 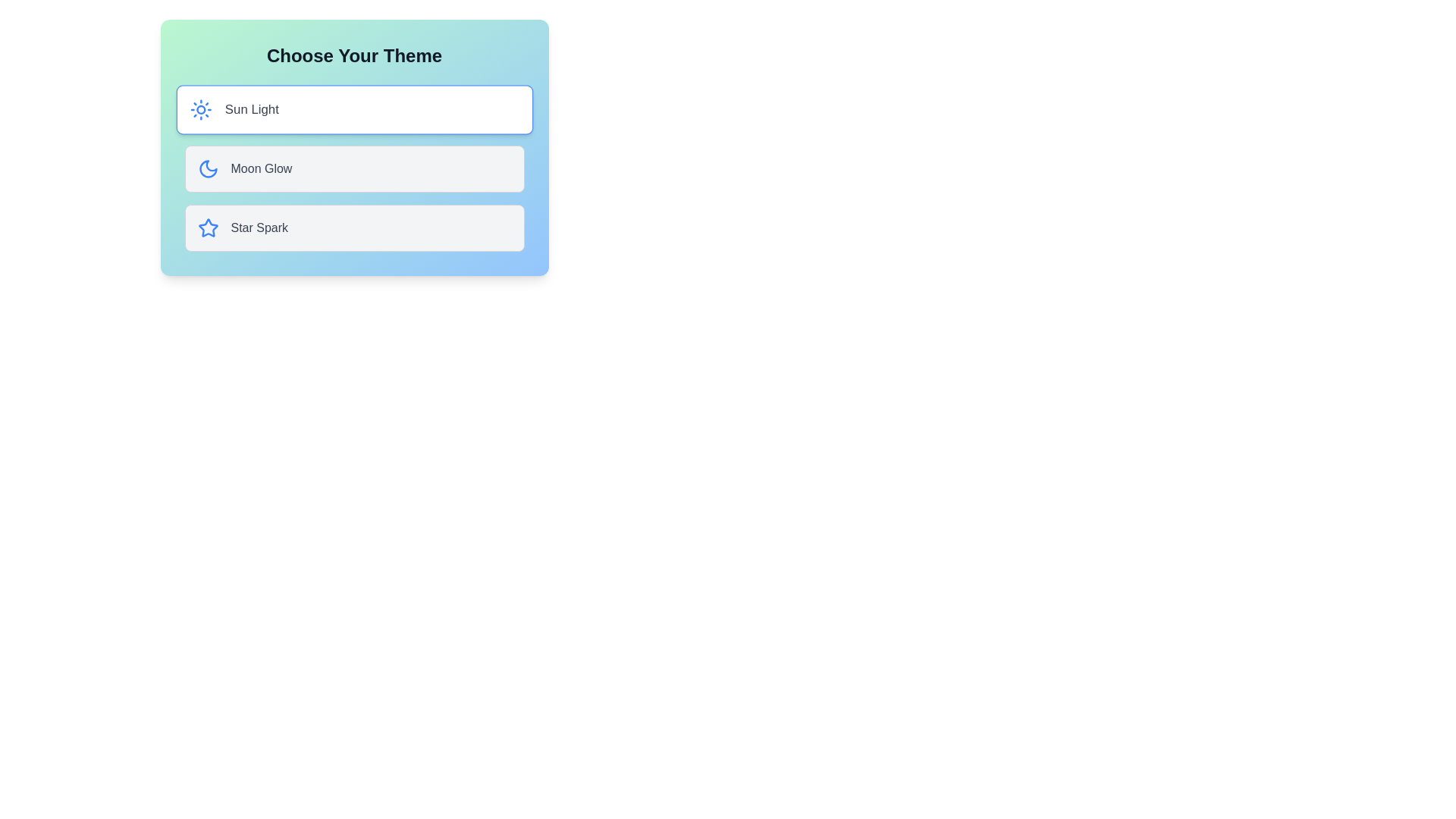 I want to click on the 'Moon Glow' option in the theme selection menu, which is the second item in the list under 'Choose Your Theme.', so click(x=353, y=169).